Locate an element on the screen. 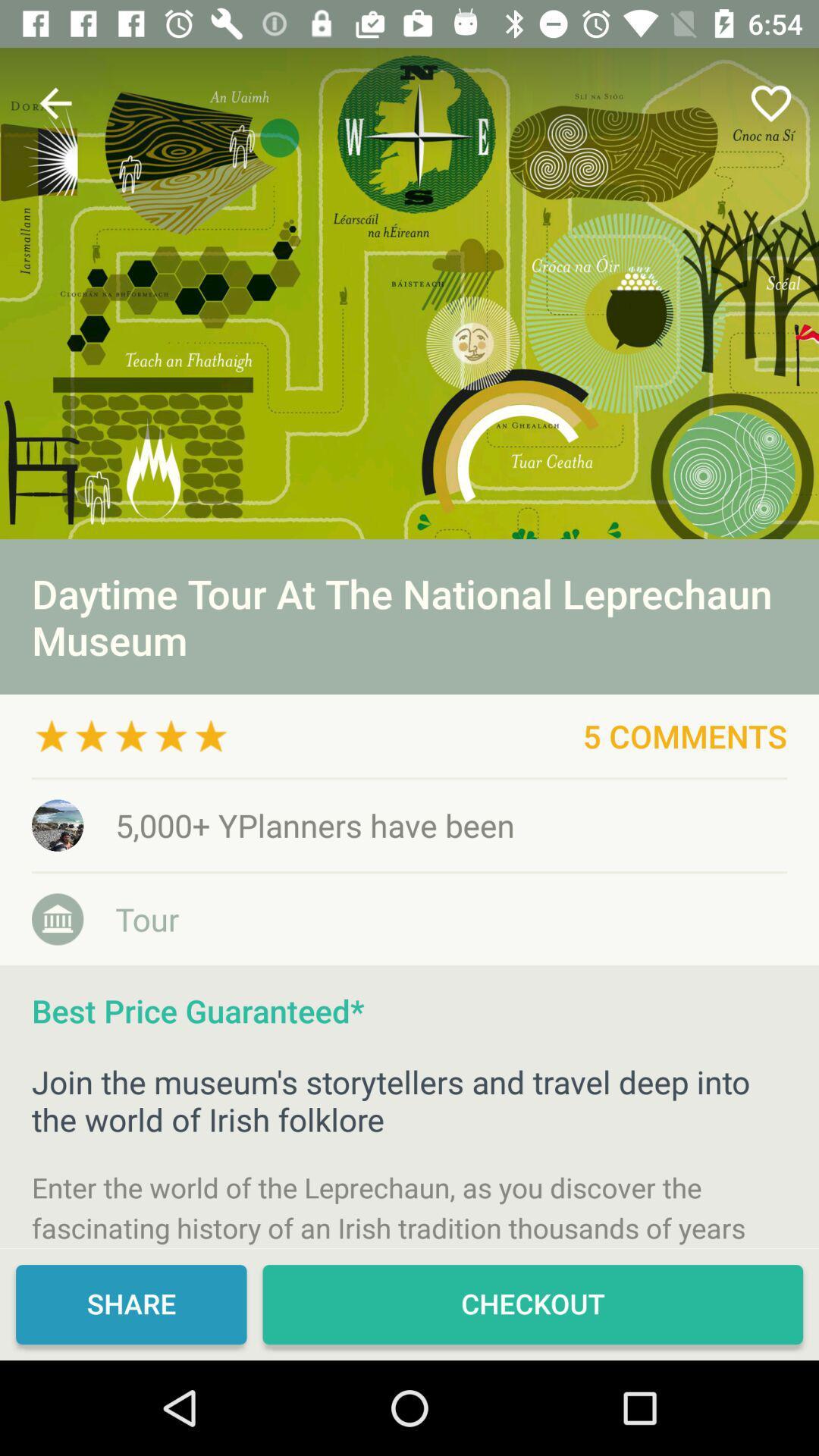 The width and height of the screenshot is (819, 1456). share is located at coordinates (130, 1304).